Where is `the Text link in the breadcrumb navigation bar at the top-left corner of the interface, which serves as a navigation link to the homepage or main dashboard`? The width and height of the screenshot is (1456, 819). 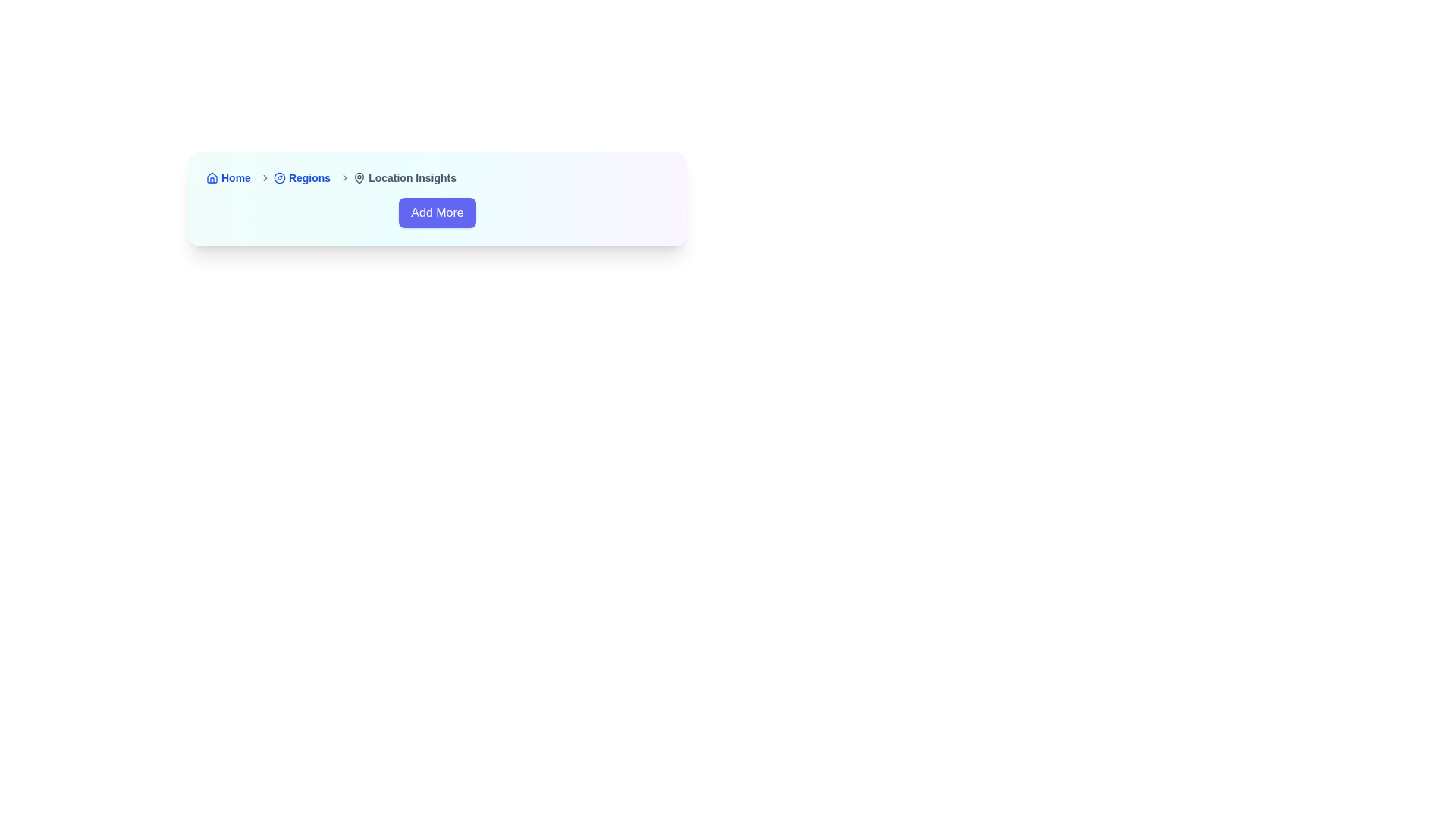 the Text link in the breadcrumb navigation bar at the top-left corner of the interface, which serves as a navigation link to the homepage or main dashboard is located at coordinates (235, 177).